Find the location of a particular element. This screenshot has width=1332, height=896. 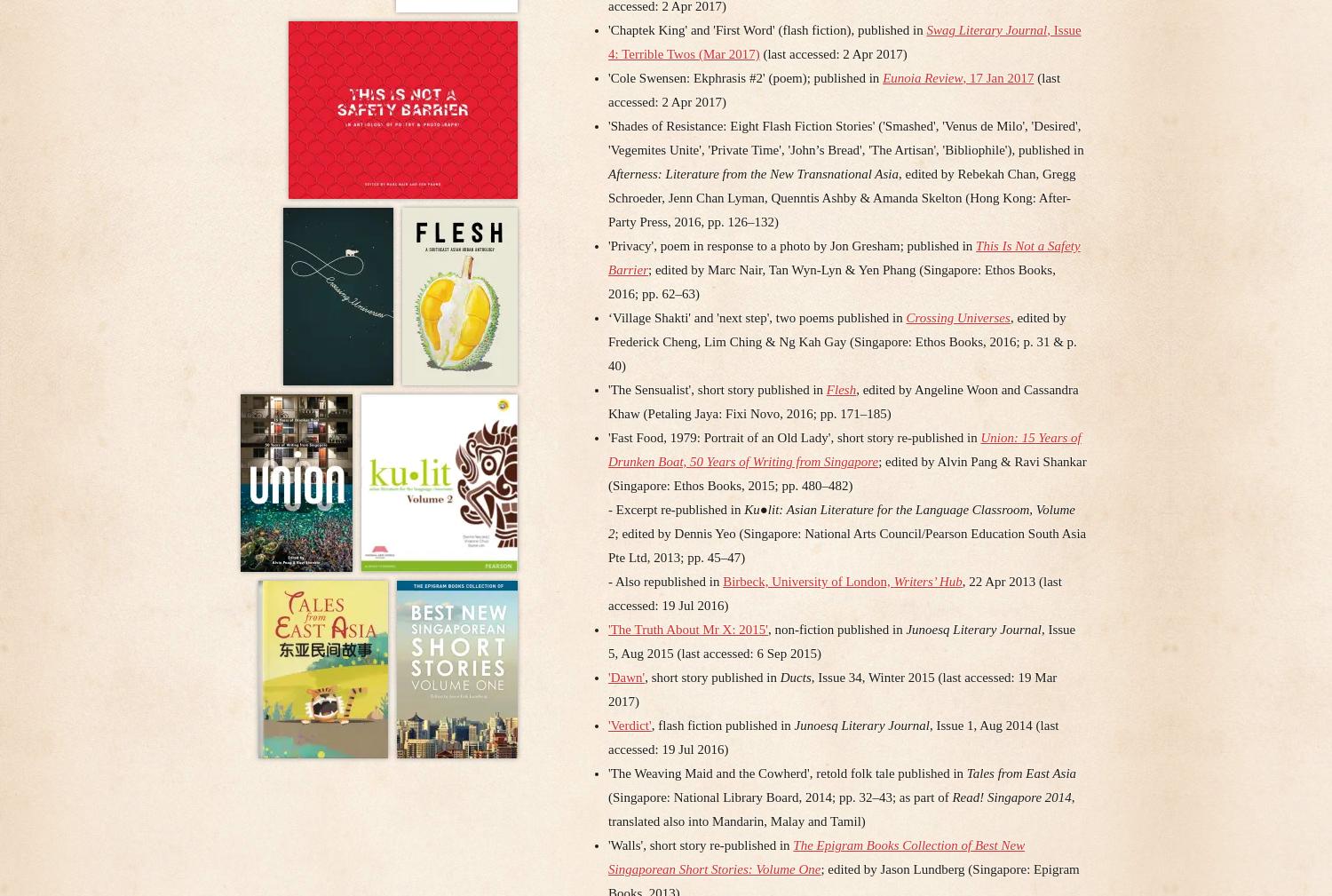

'Swag Literary Journal' is located at coordinates (986, 29).